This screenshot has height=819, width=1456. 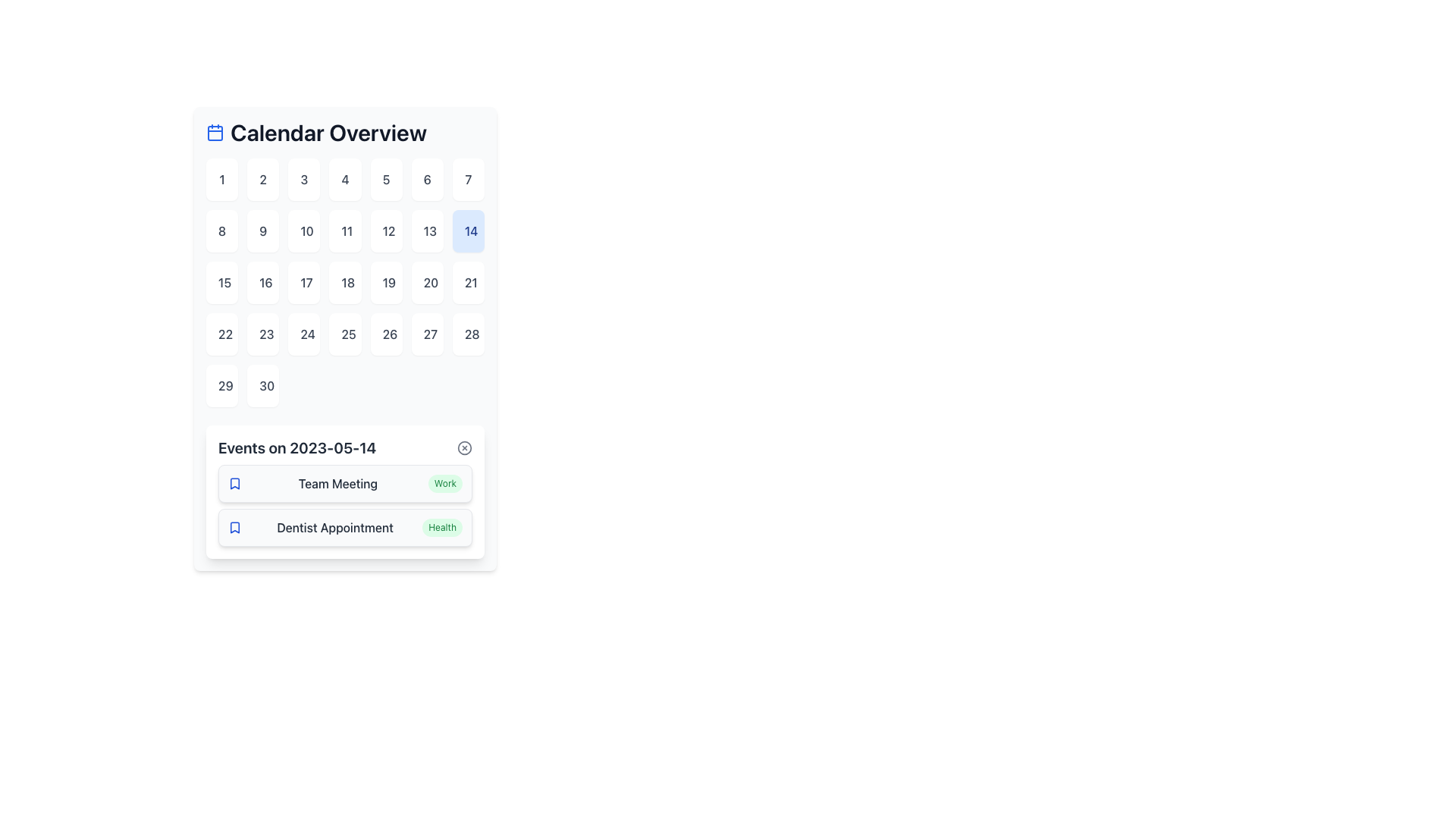 What do you see at coordinates (464, 447) in the screenshot?
I see `the circular gray button with a cross inside, located to the right of the text 'Events on 2023-05-14', to observe the state change or tooltip` at bounding box center [464, 447].